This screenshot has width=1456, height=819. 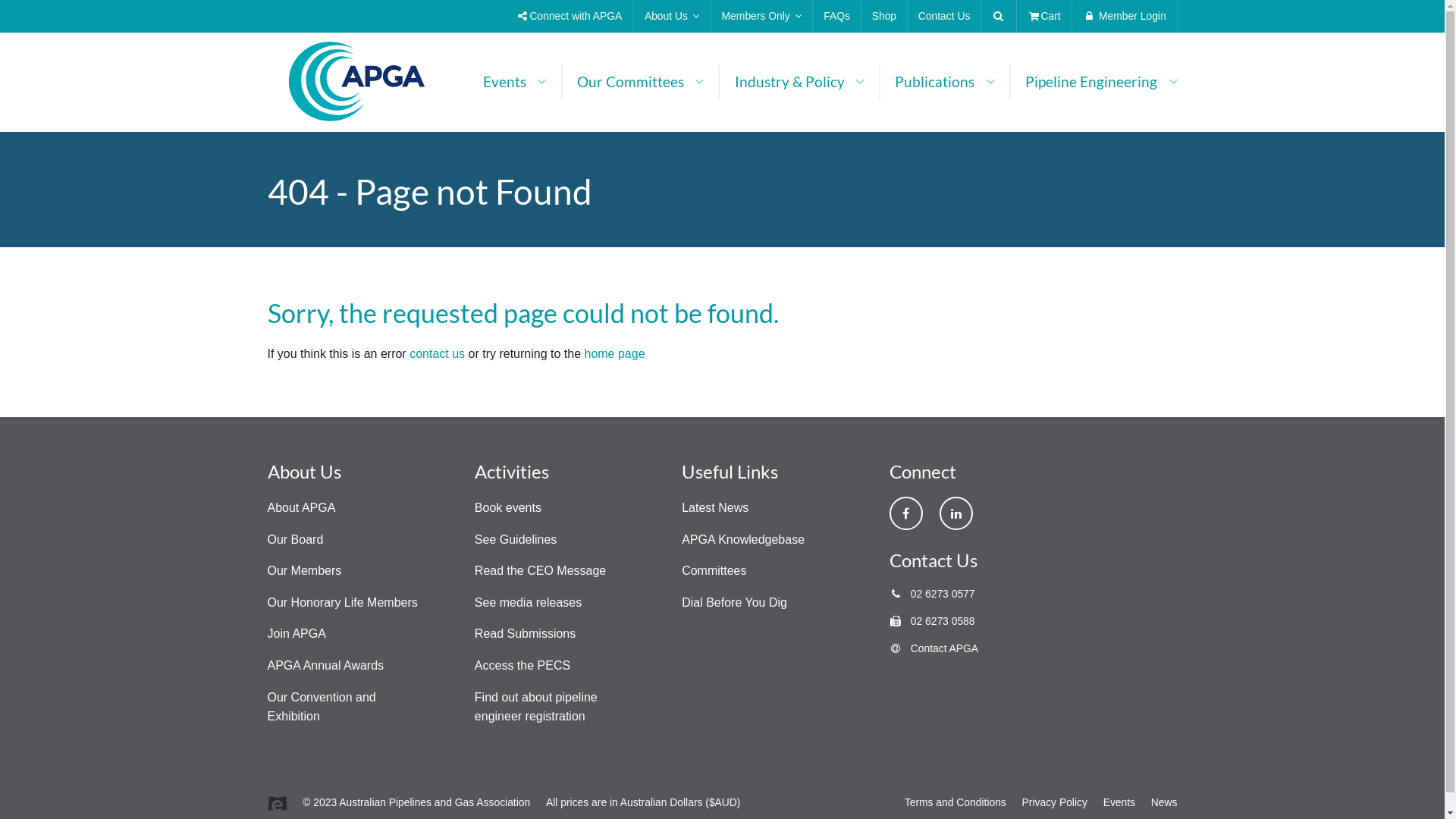 What do you see at coordinates (473, 633) in the screenshot?
I see `'Read Submissions'` at bounding box center [473, 633].